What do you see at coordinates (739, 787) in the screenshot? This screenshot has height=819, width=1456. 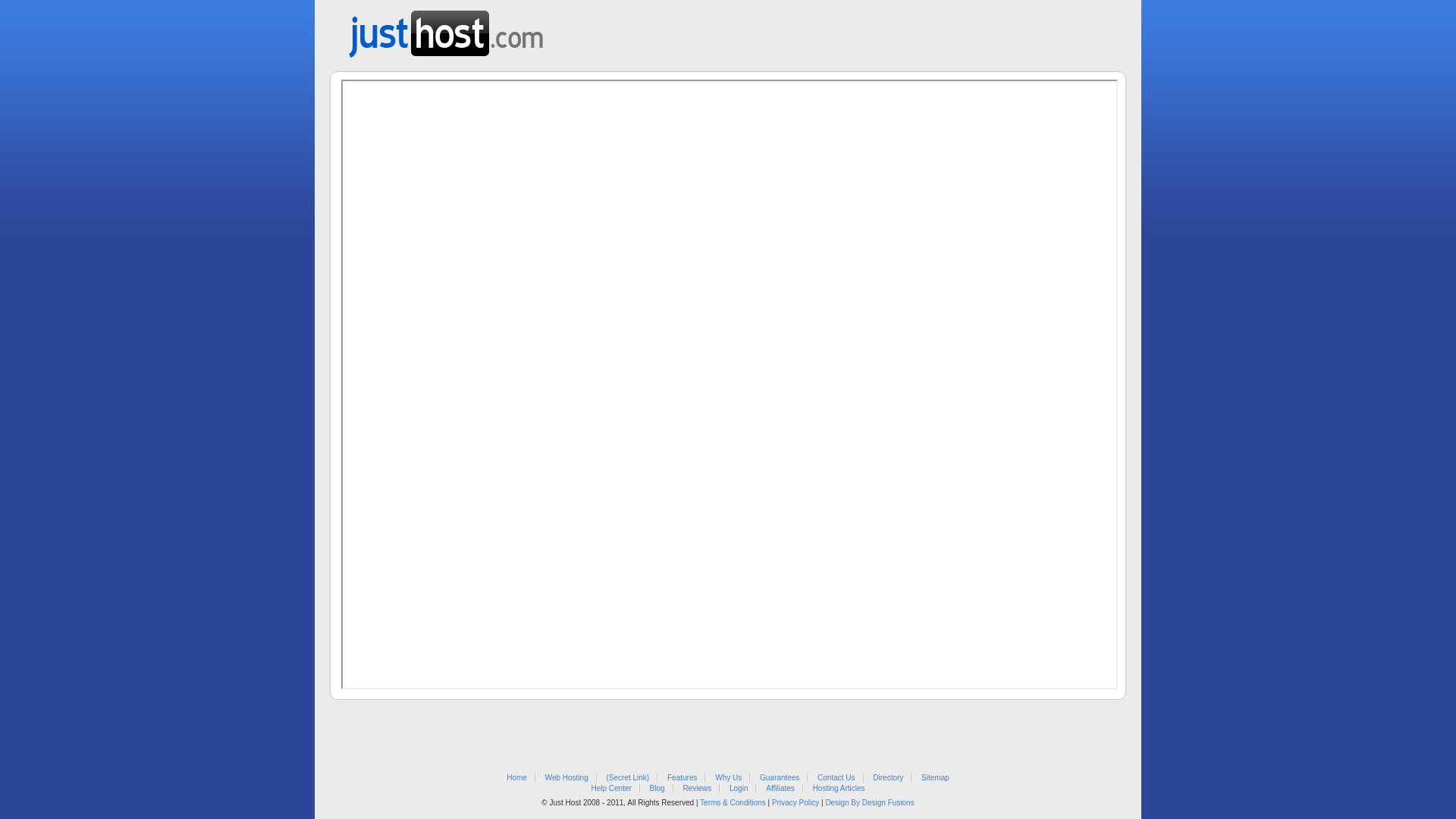 I see `'Login'` at bounding box center [739, 787].